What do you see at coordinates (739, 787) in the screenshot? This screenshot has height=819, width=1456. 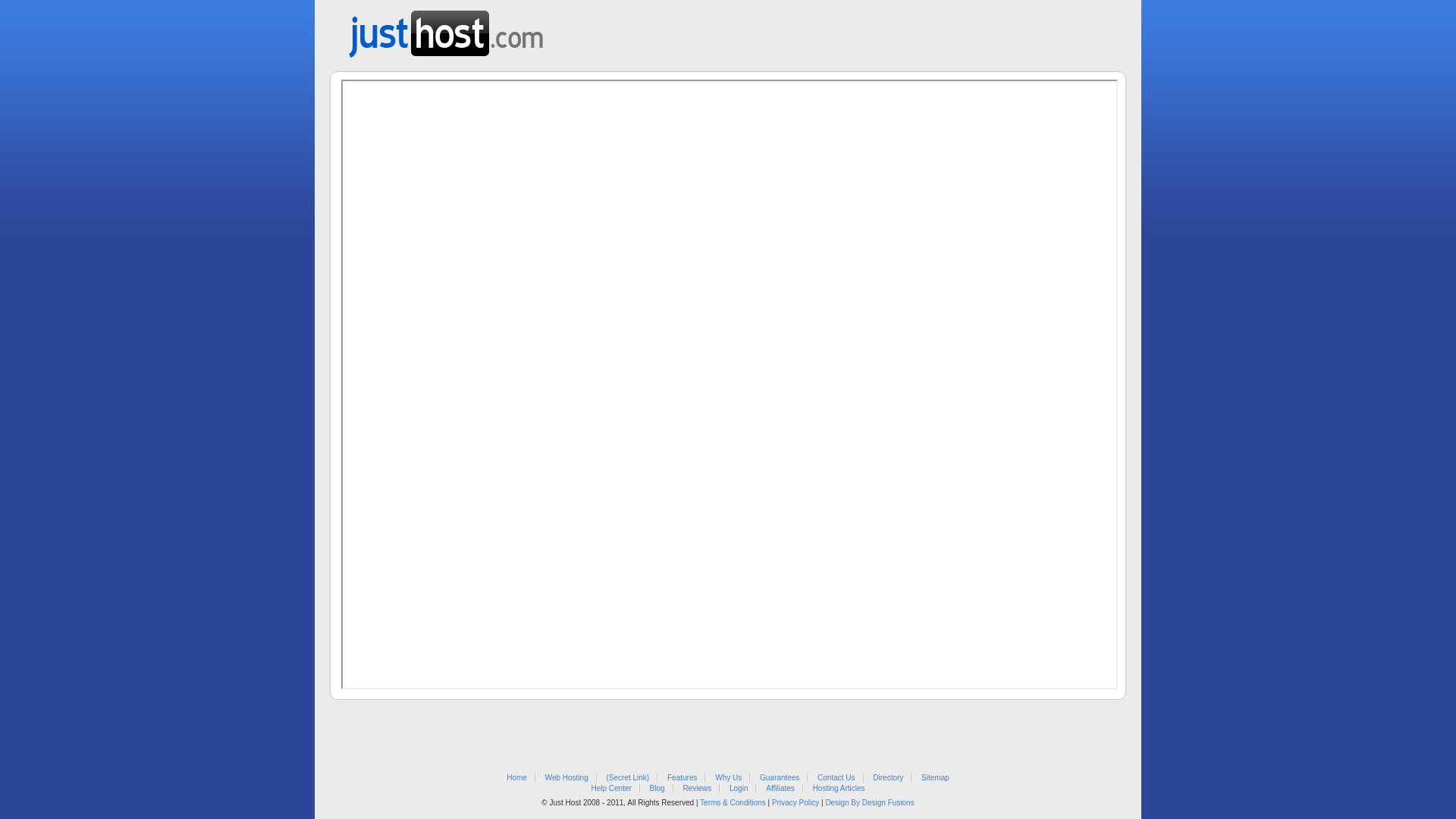 I see `'Login'` at bounding box center [739, 787].